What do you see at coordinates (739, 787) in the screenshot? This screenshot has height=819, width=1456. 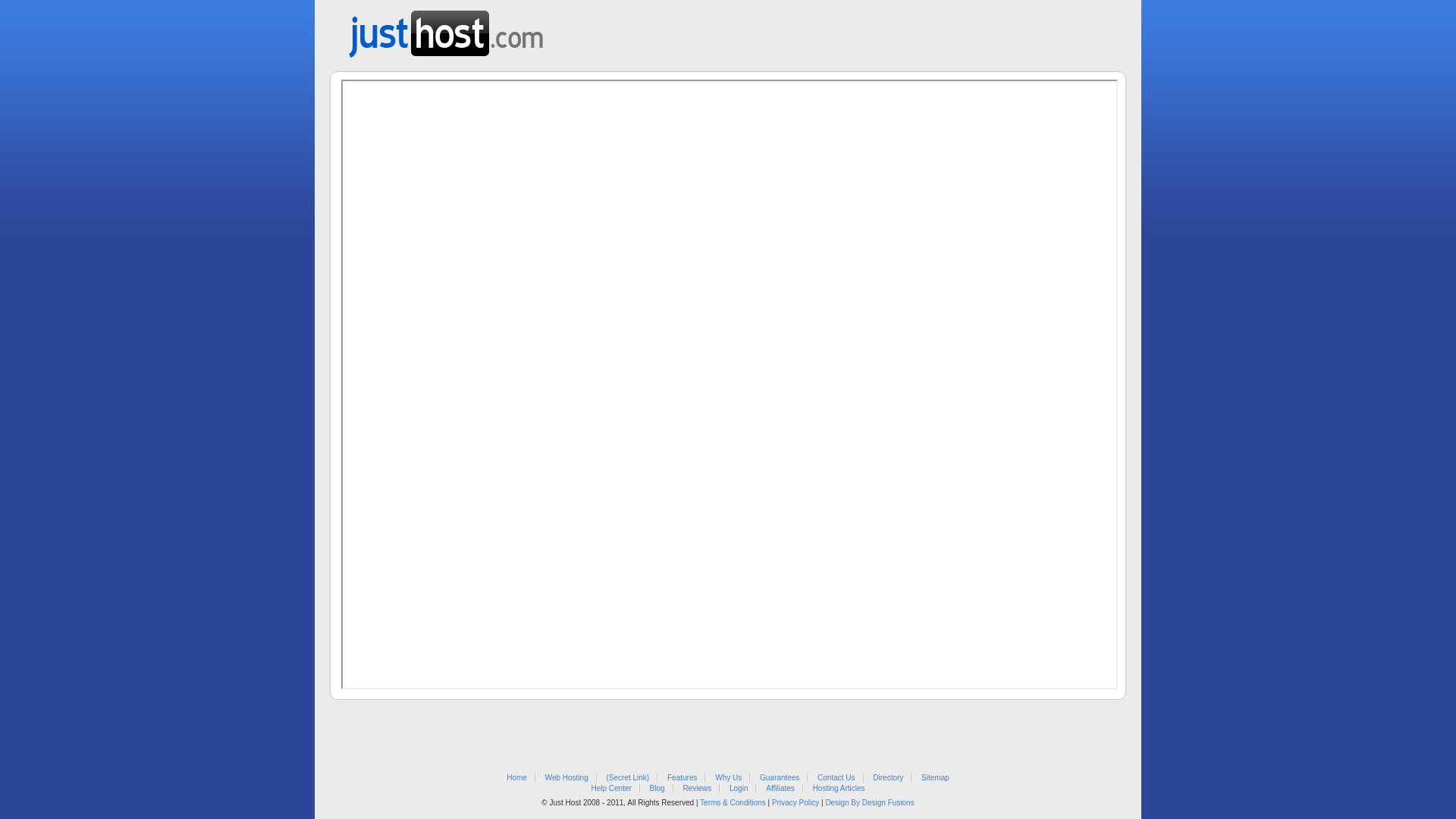 I see `'Login'` at bounding box center [739, 787].